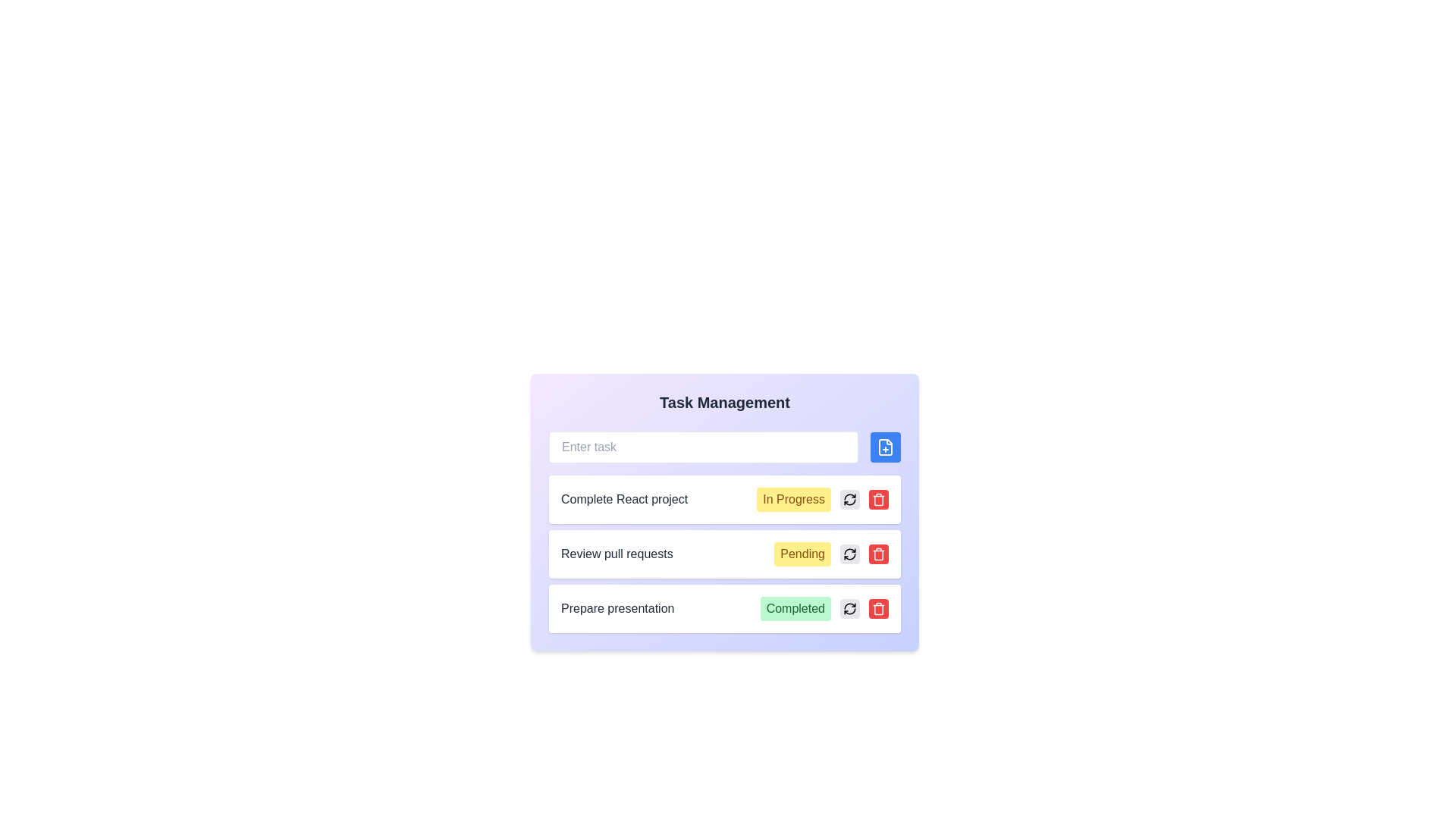 The width and height of the screenshot is (1456, 819). What do you see at coordinates (850, 500) in the screenshot?
I see `the circular gray button with a black refresh icon located in the first row of tasks, next to the 'In Progress' status label` at bounding box center [850, 500].